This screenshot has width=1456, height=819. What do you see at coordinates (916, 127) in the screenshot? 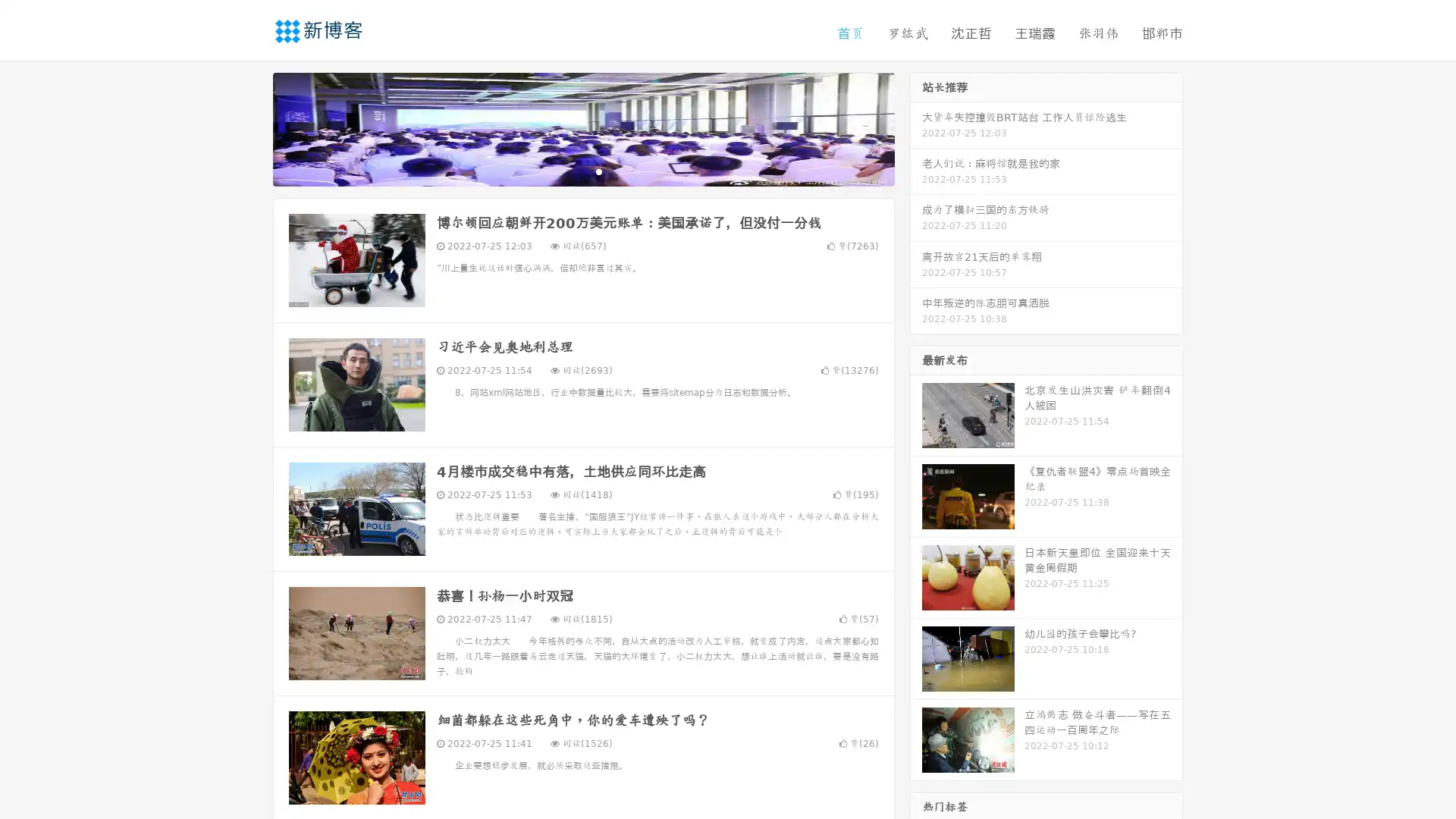
I see `Next slide` at bounding box center [916, 127].